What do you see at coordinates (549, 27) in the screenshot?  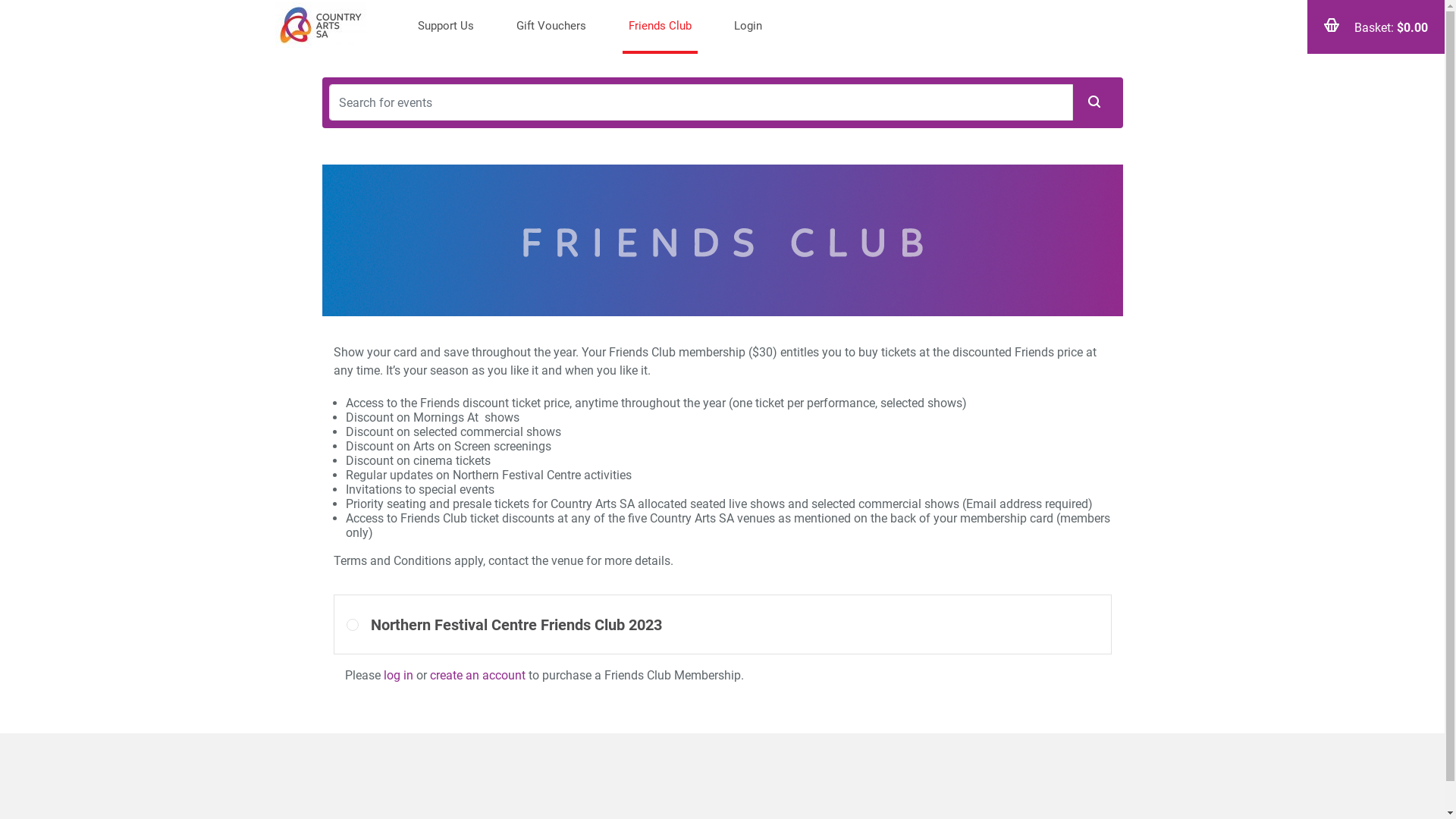 I see `'Gift Vouchers'` at bounding box center [549, 27].